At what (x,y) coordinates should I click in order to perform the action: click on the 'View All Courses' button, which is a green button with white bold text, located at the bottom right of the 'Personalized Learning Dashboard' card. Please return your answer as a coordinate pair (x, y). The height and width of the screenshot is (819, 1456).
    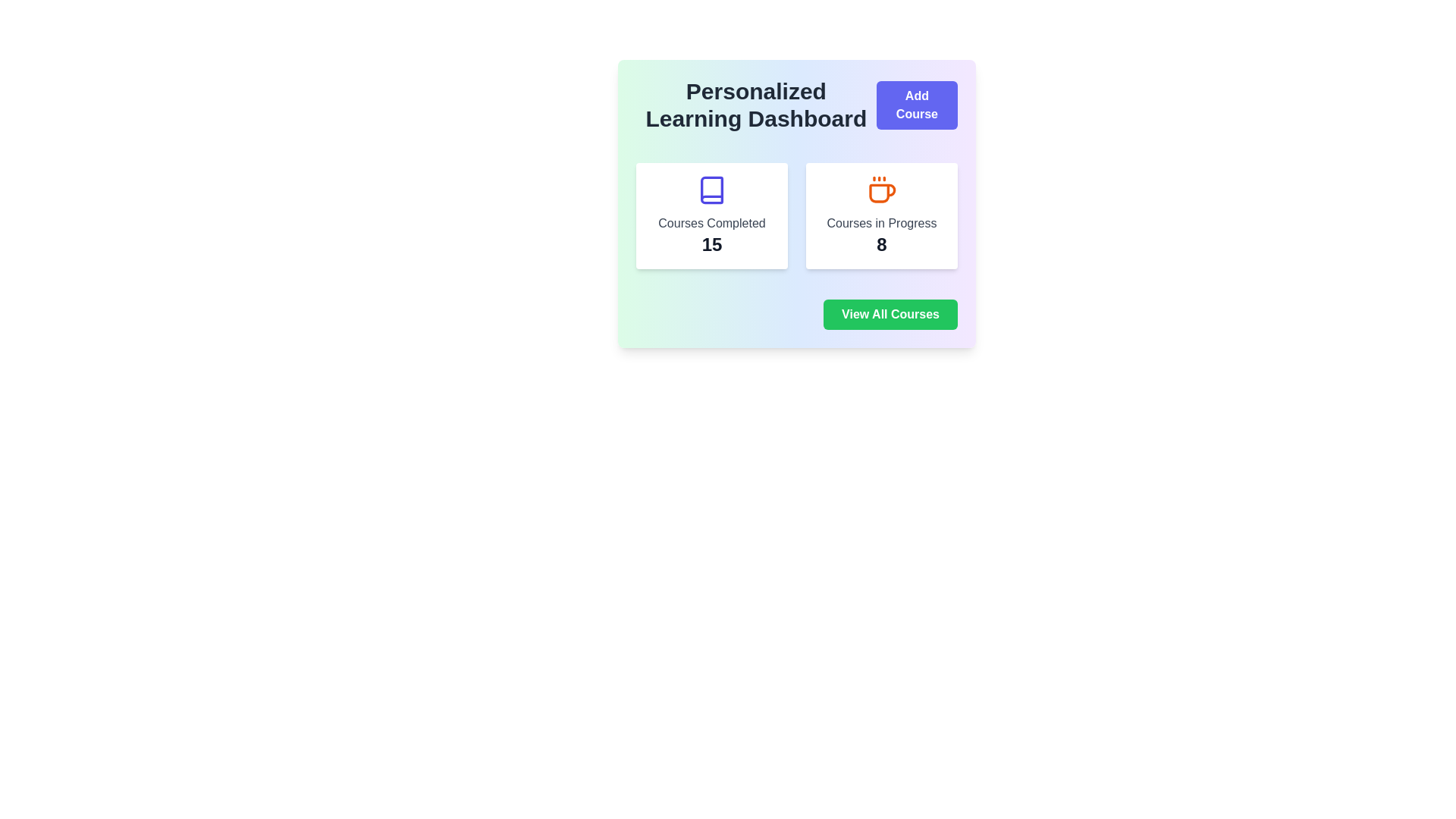
    Looking at the image, I should click on (890, 314).